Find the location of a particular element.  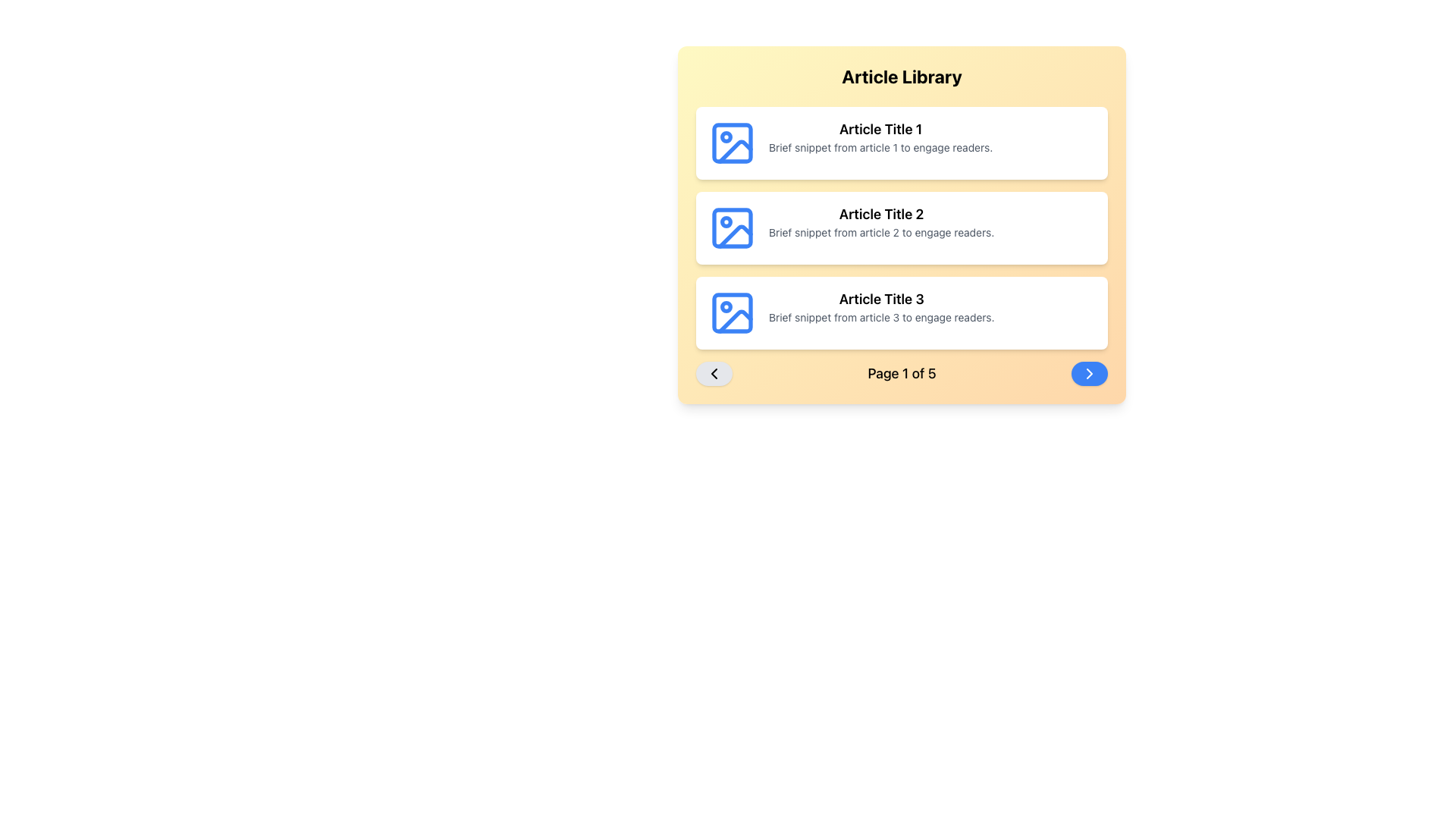

the heading element labeled 'Article Title 3', which is styled in a bold font and located in the third section of a vertical list of articles is located at coordinates (881, 299).